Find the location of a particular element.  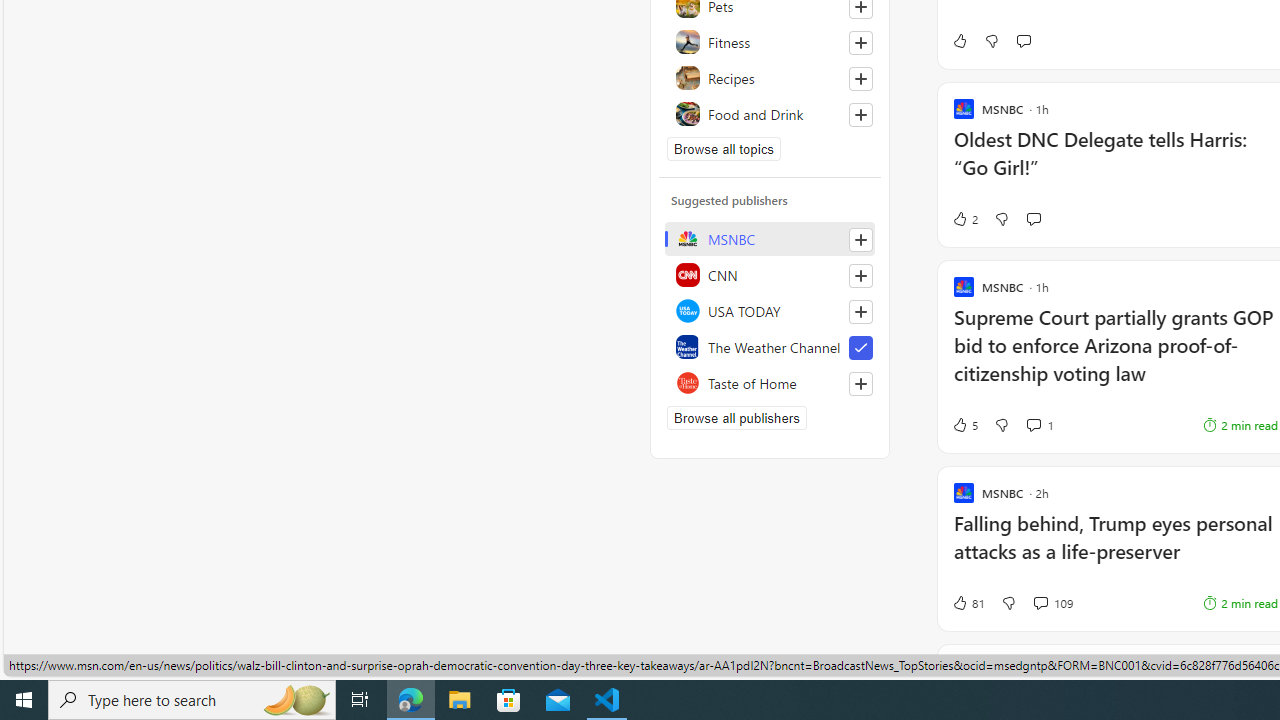

'MSNBC' is located at coordinates (769, 238).